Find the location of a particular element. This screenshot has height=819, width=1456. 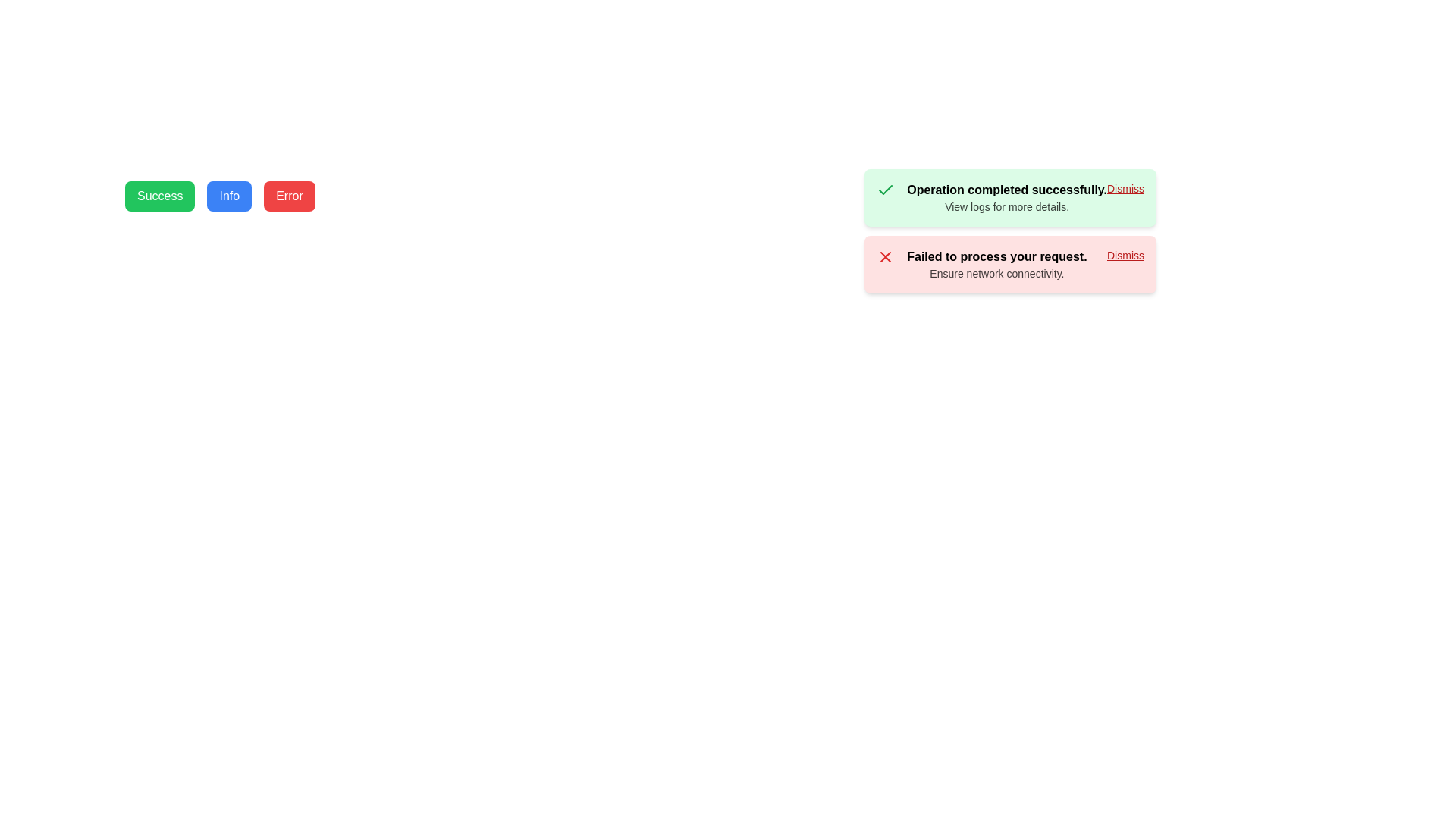

the success confirmation icon located at the top-left corner of the success message box, which is next to the text 'Operation completed successfully.' is located at coordinates (886, 189).